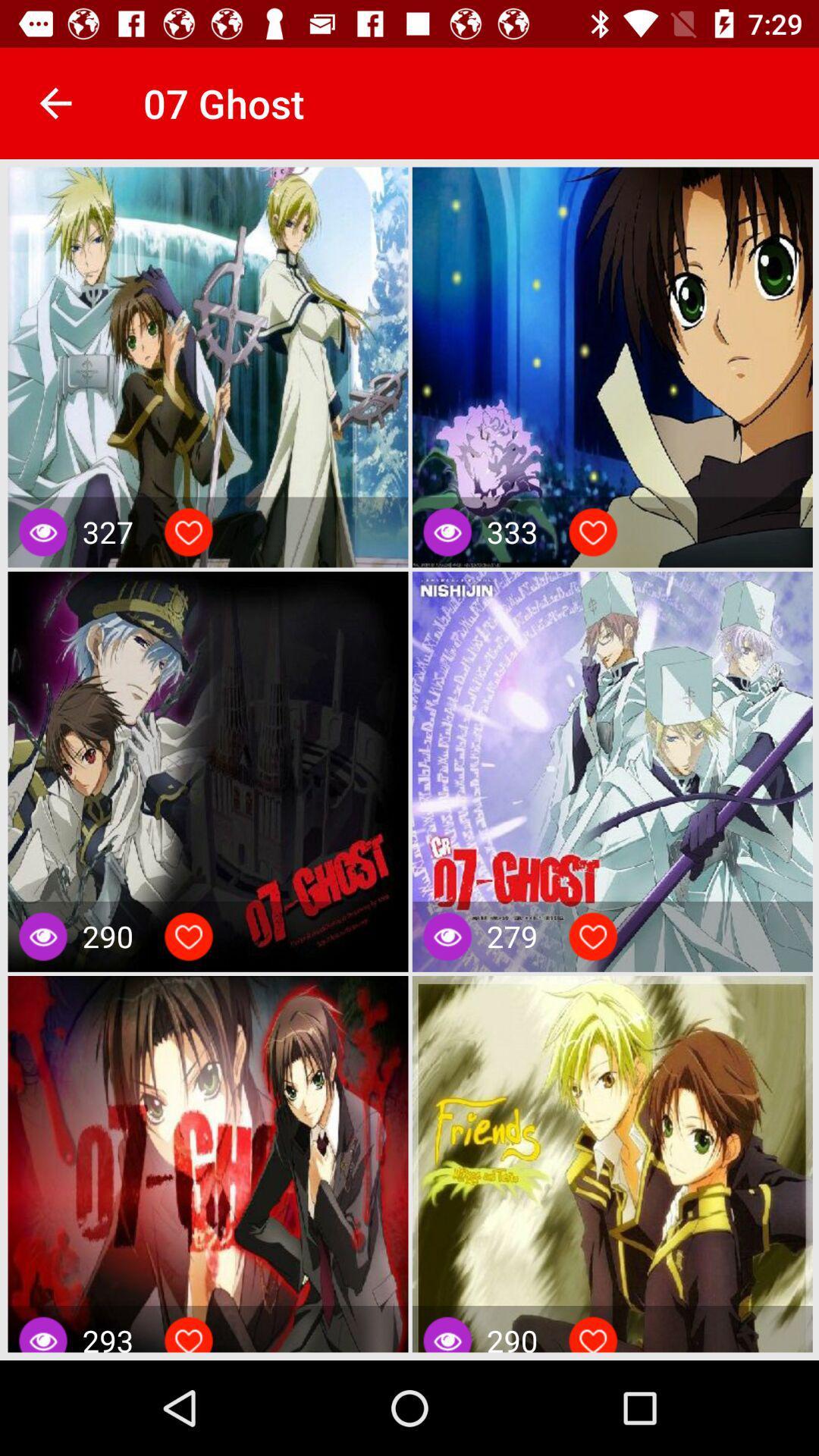  What do you see at coordinates (55, 102) in the screenshot?
I see `the icon next to 07 ghost` at bounding box center [55, 102].